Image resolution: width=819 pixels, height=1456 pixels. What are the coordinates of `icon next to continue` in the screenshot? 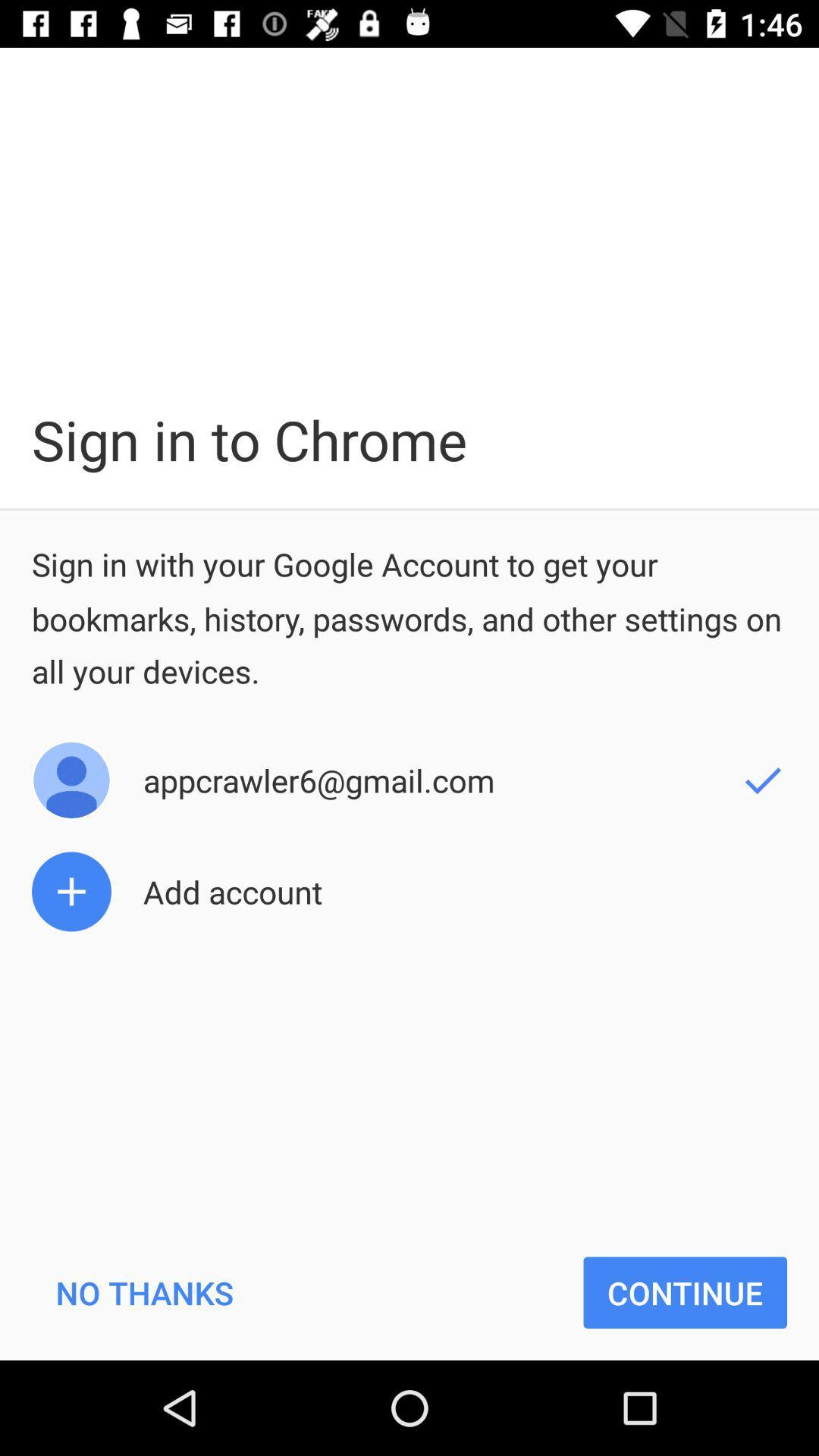 It's located at (144, 1291).